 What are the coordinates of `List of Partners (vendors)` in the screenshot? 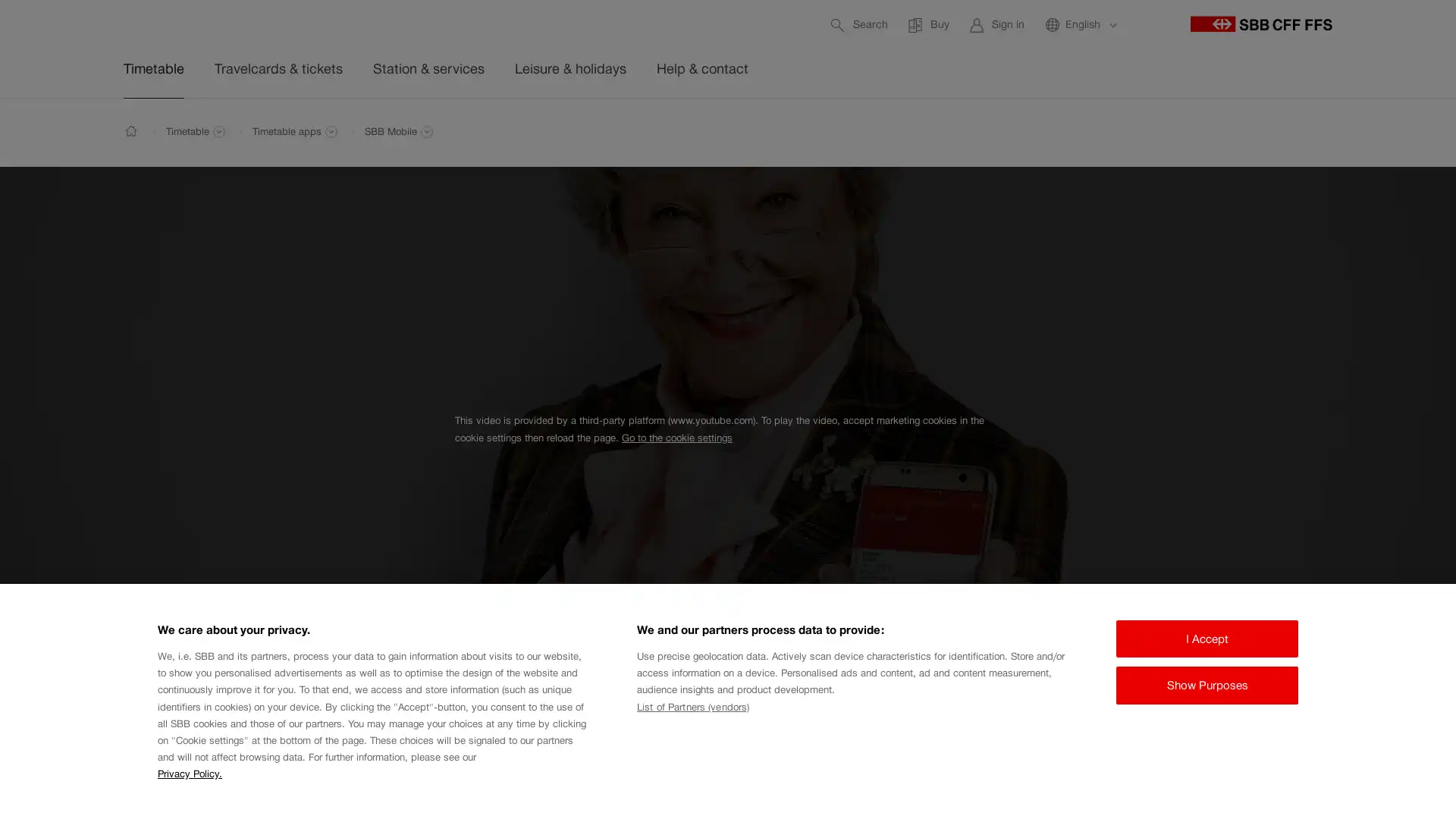 It's located at (692, 707).